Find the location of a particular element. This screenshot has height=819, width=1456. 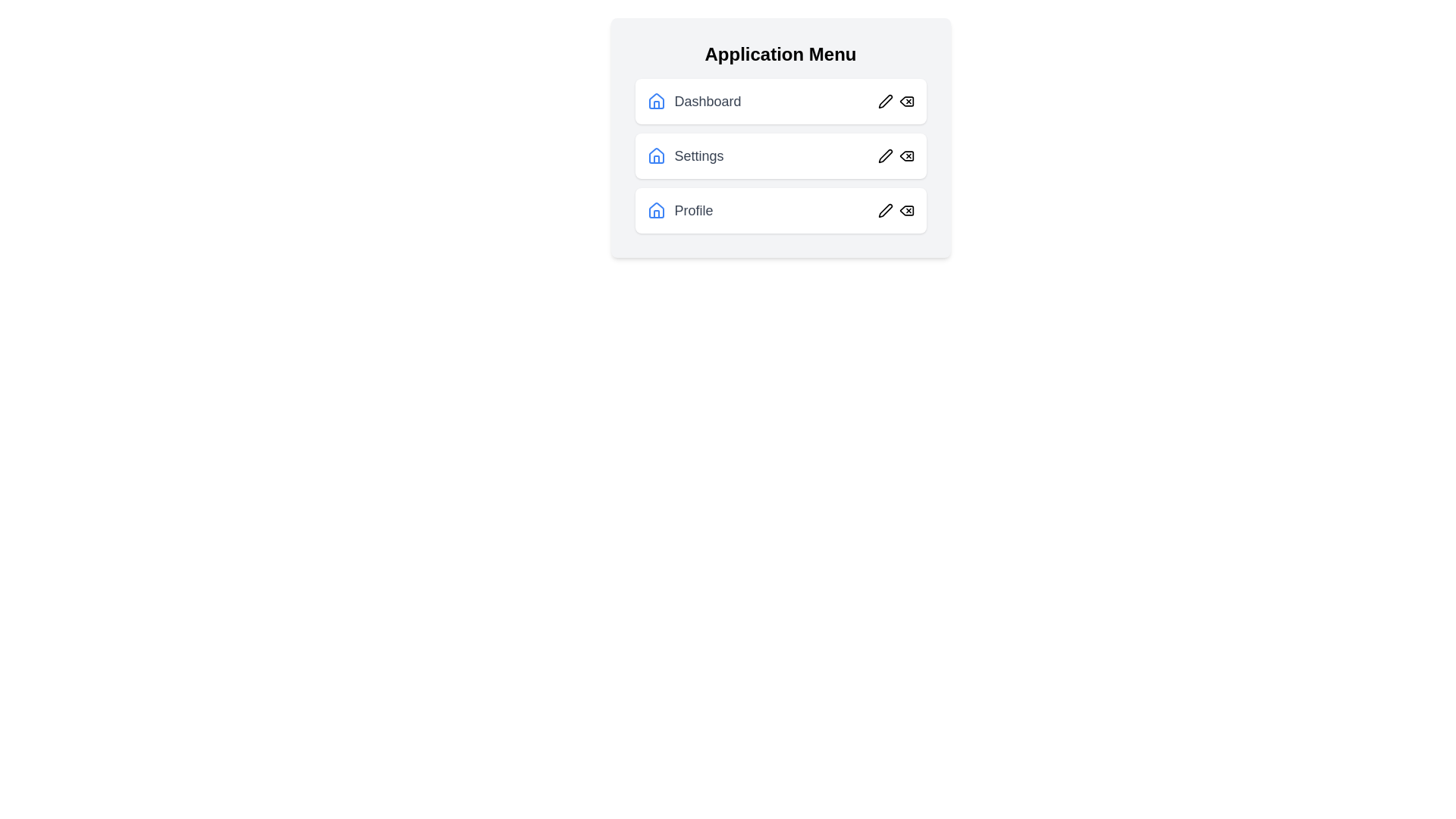

the 'Settings' text label, which is styled in soft gray and positioned centrally in the second row of the vertically stacked menu, next to a blue house icon is located at coordinates (698, 155).